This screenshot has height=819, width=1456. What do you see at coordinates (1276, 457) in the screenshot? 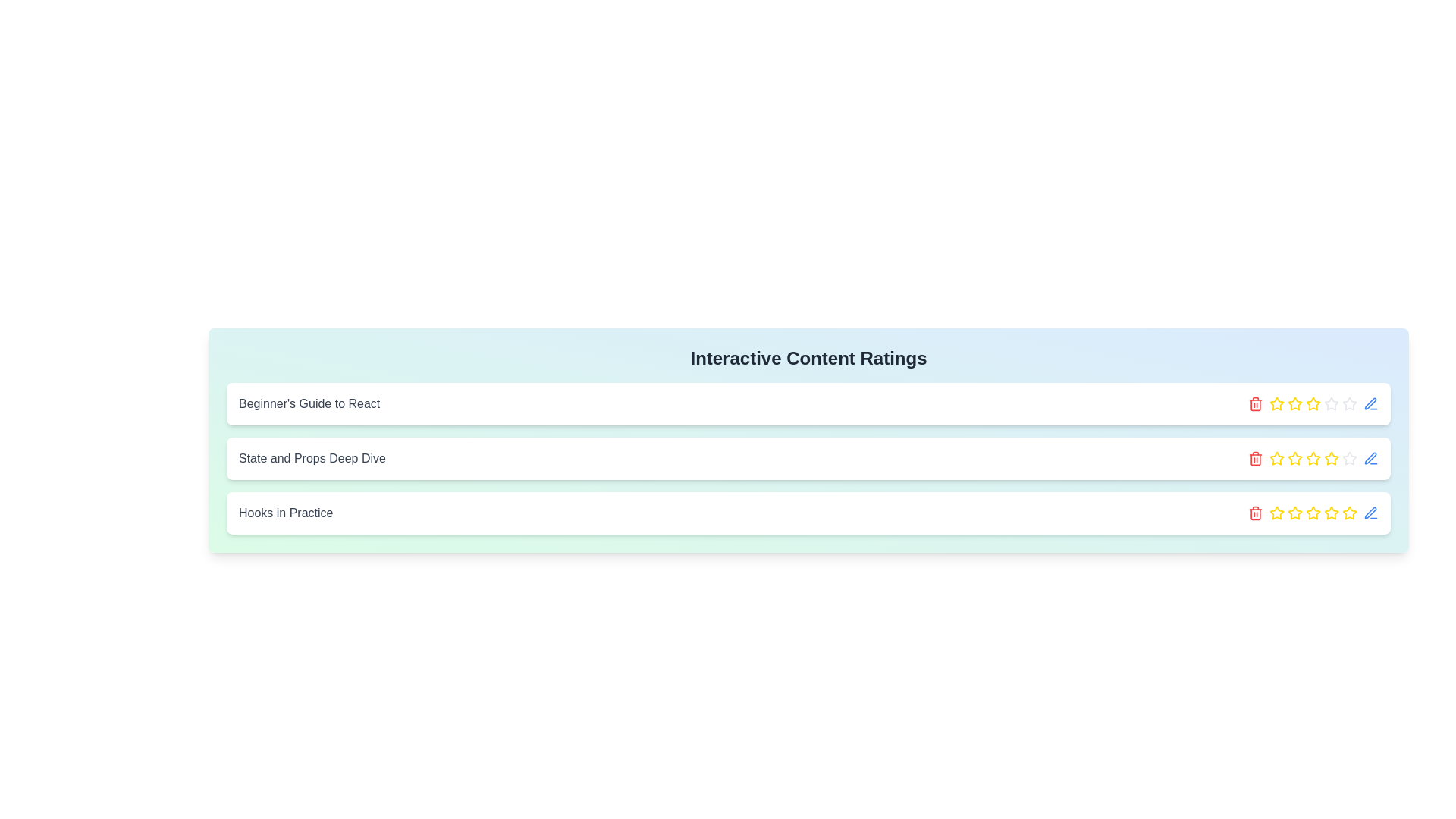
I see `the third rating star icon` at bounding box center [1276, 457].